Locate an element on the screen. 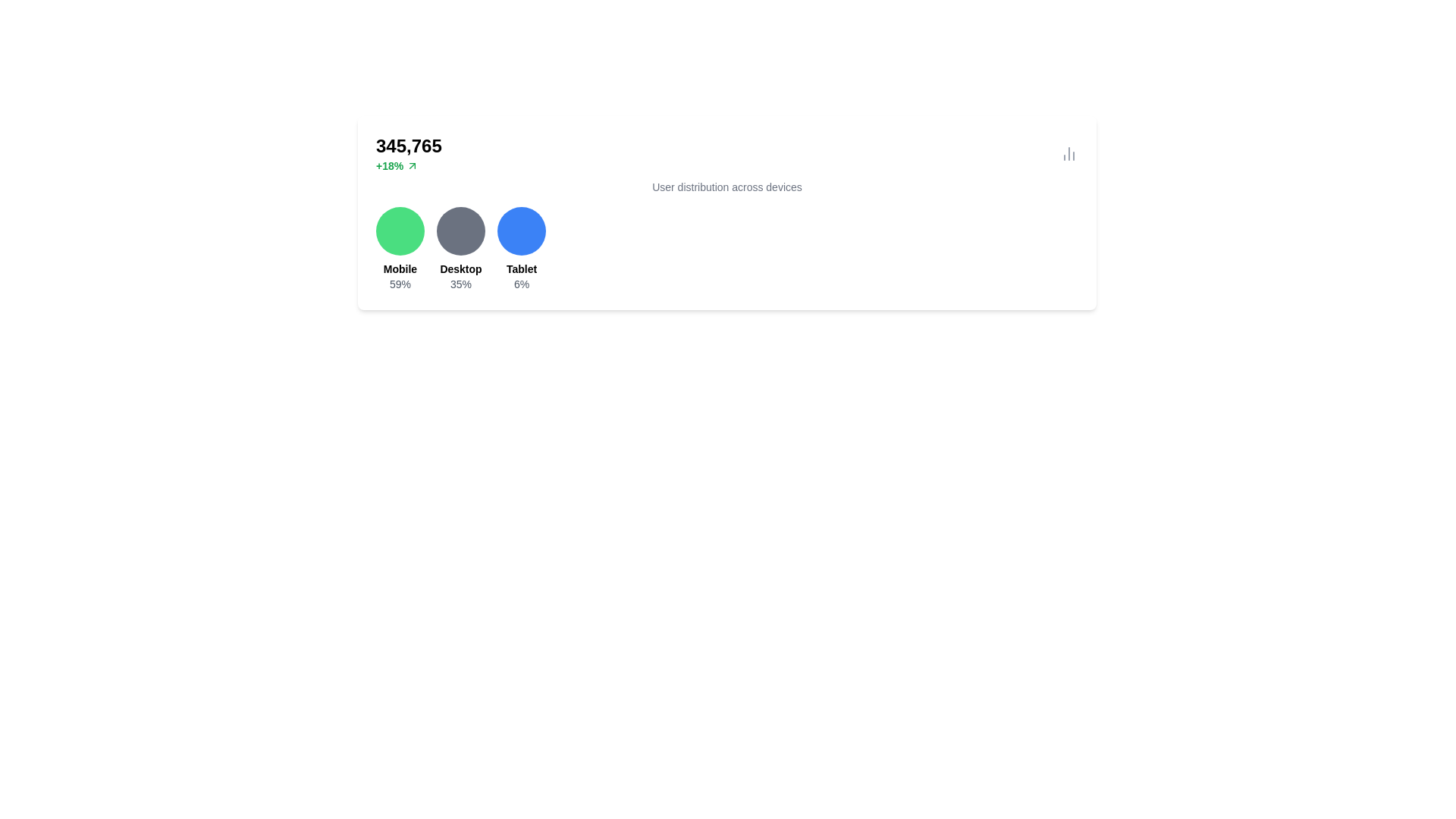 The width and height of the screenshot is (1456, 819). text of the circular blue icon labeled 'Tablet' with the percentage '6%' below it, which is the third entry in the data visualization component is located at coordinates (521, 248).